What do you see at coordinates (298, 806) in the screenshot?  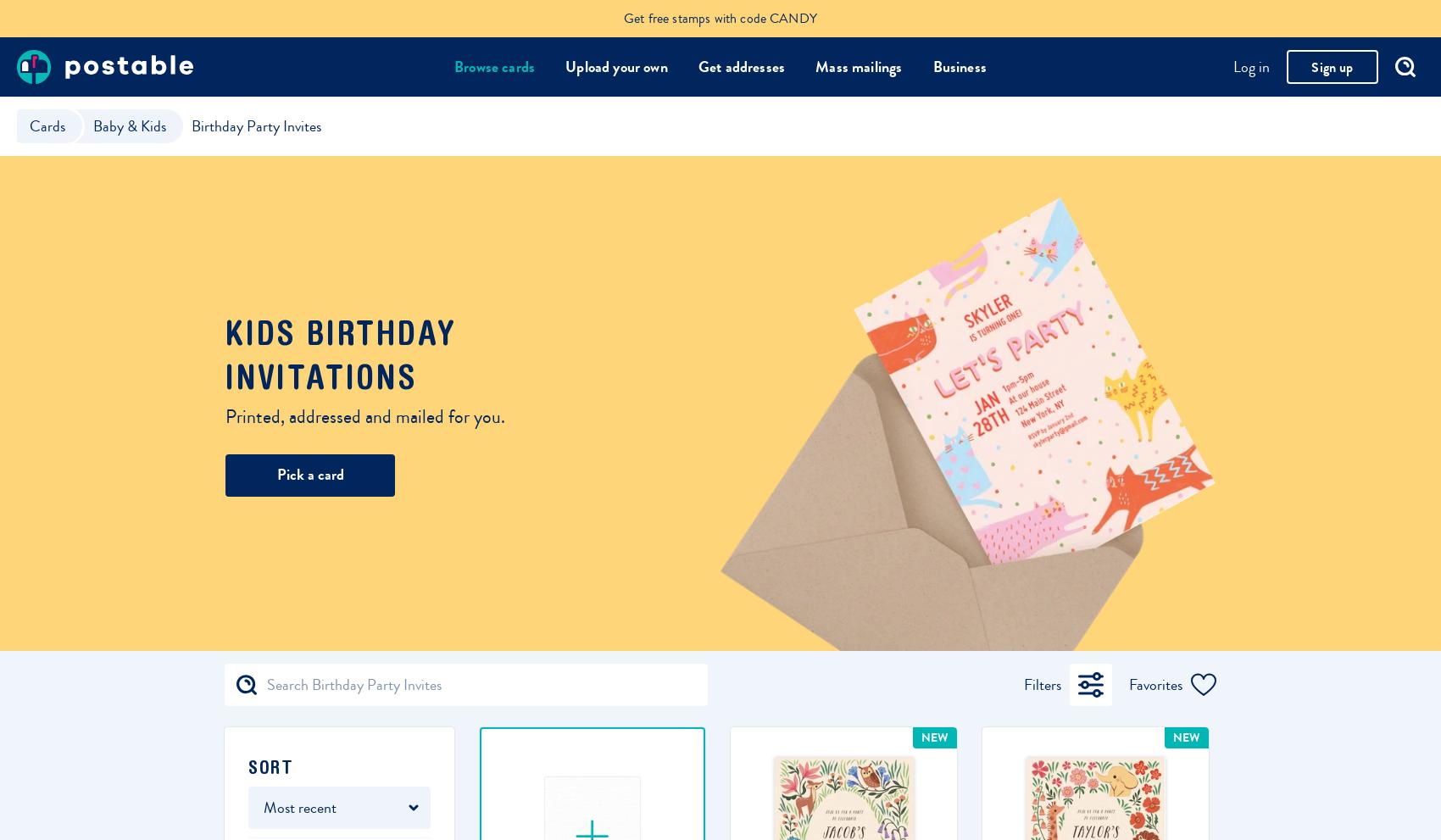 I see `'Most recent'` at bounding box center [298, 806].